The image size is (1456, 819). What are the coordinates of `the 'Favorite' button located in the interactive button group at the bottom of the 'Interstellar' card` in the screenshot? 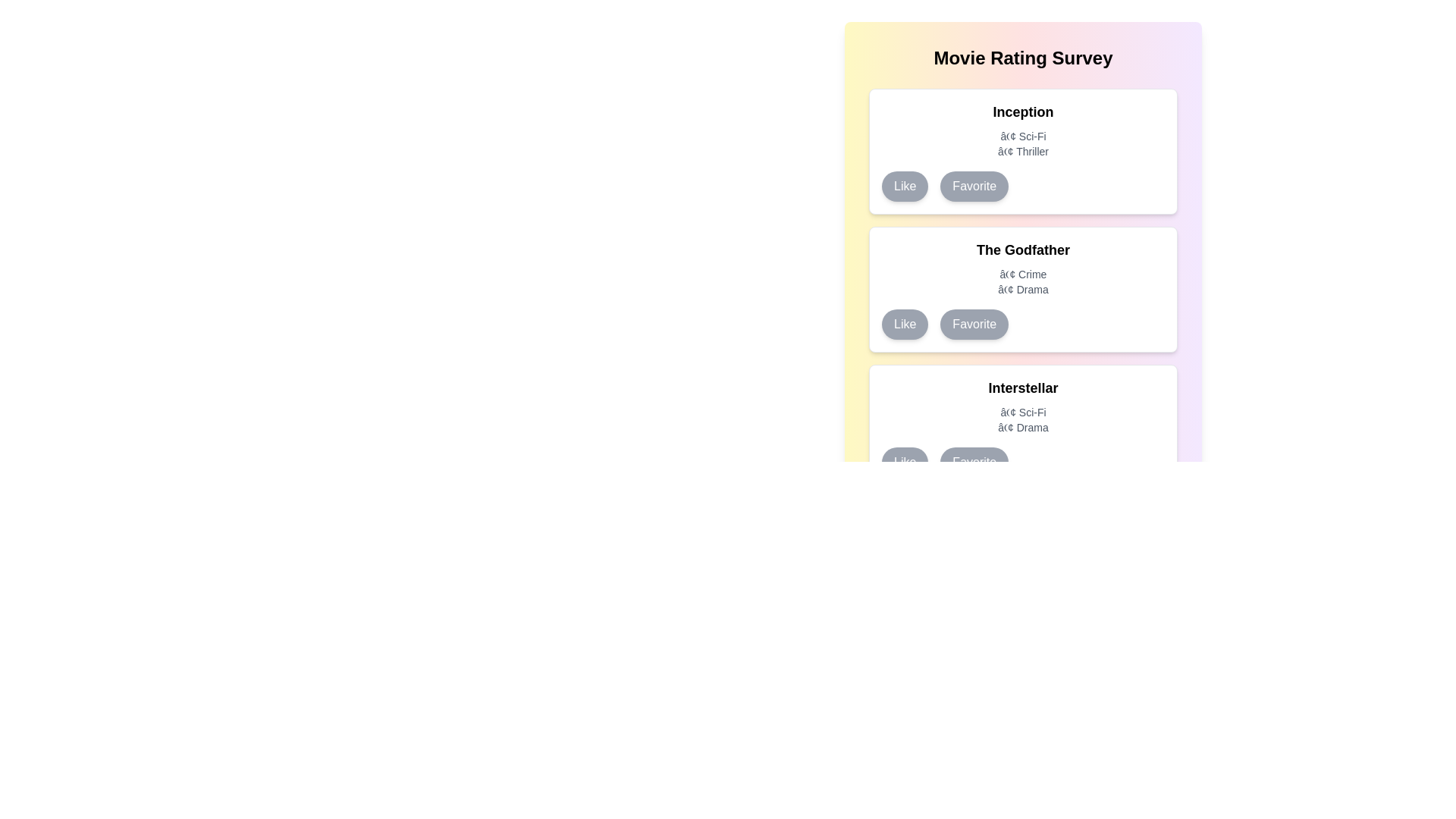 It's located at (1023, 461).